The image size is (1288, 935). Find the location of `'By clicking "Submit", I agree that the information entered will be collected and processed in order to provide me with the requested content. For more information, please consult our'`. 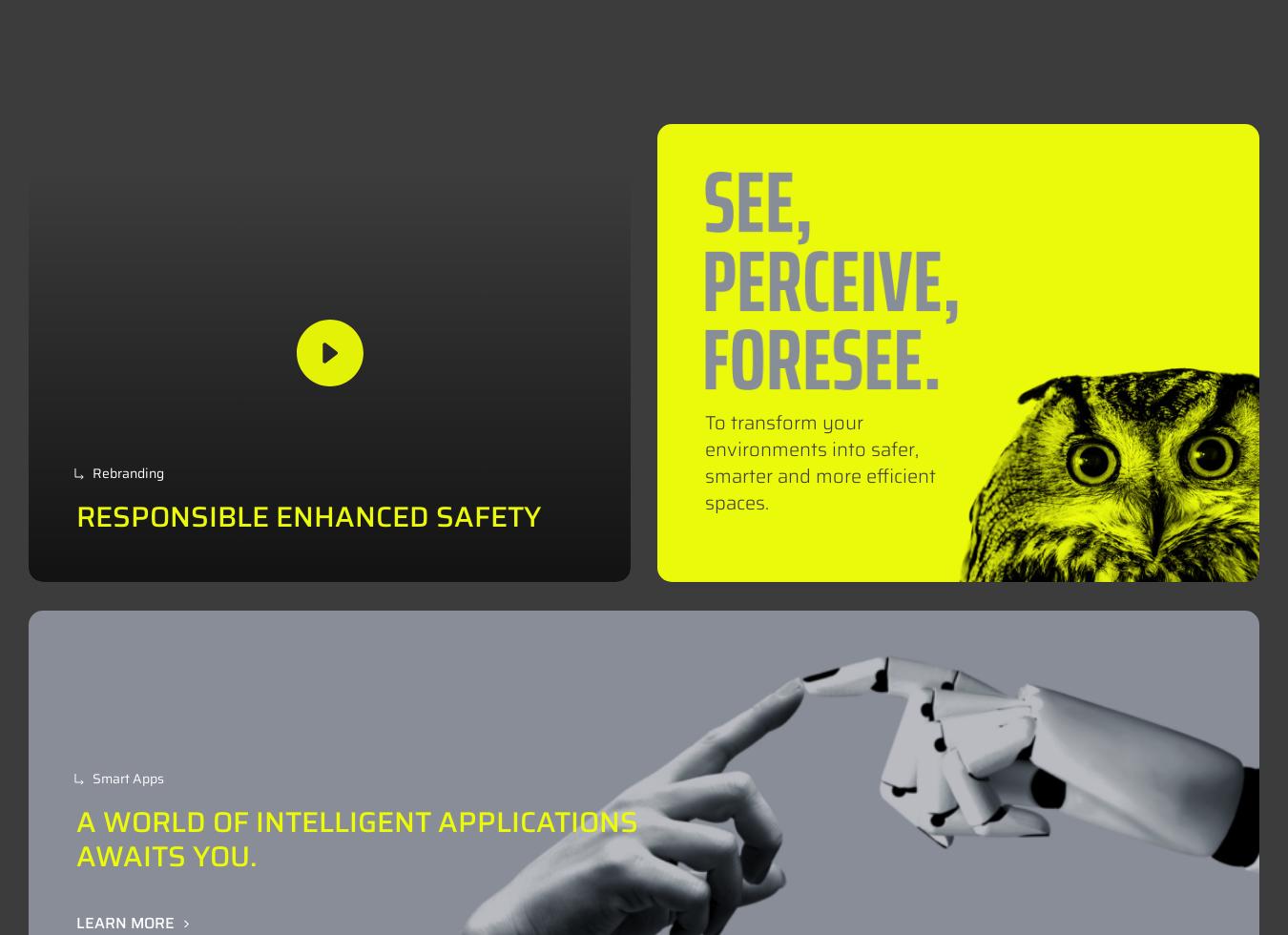

'By clicking "Submit", I agree that the information entered will be collected and processed in order to provide me with the requested content. For more information, please consult our' is located at coordinates (902, 335).